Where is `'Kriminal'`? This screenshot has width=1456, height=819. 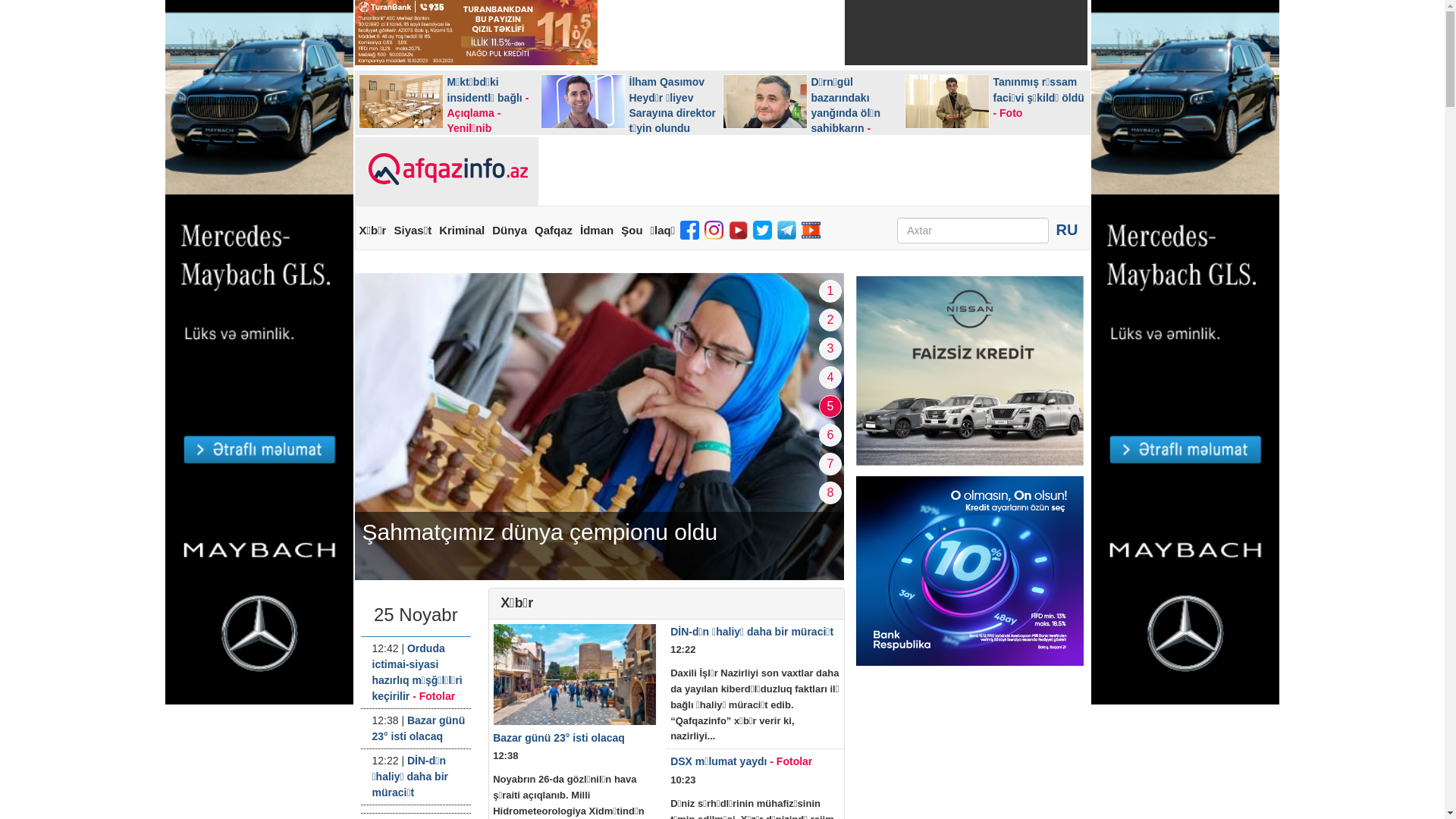 'Kriminal' is located at coordinates (461, 231).